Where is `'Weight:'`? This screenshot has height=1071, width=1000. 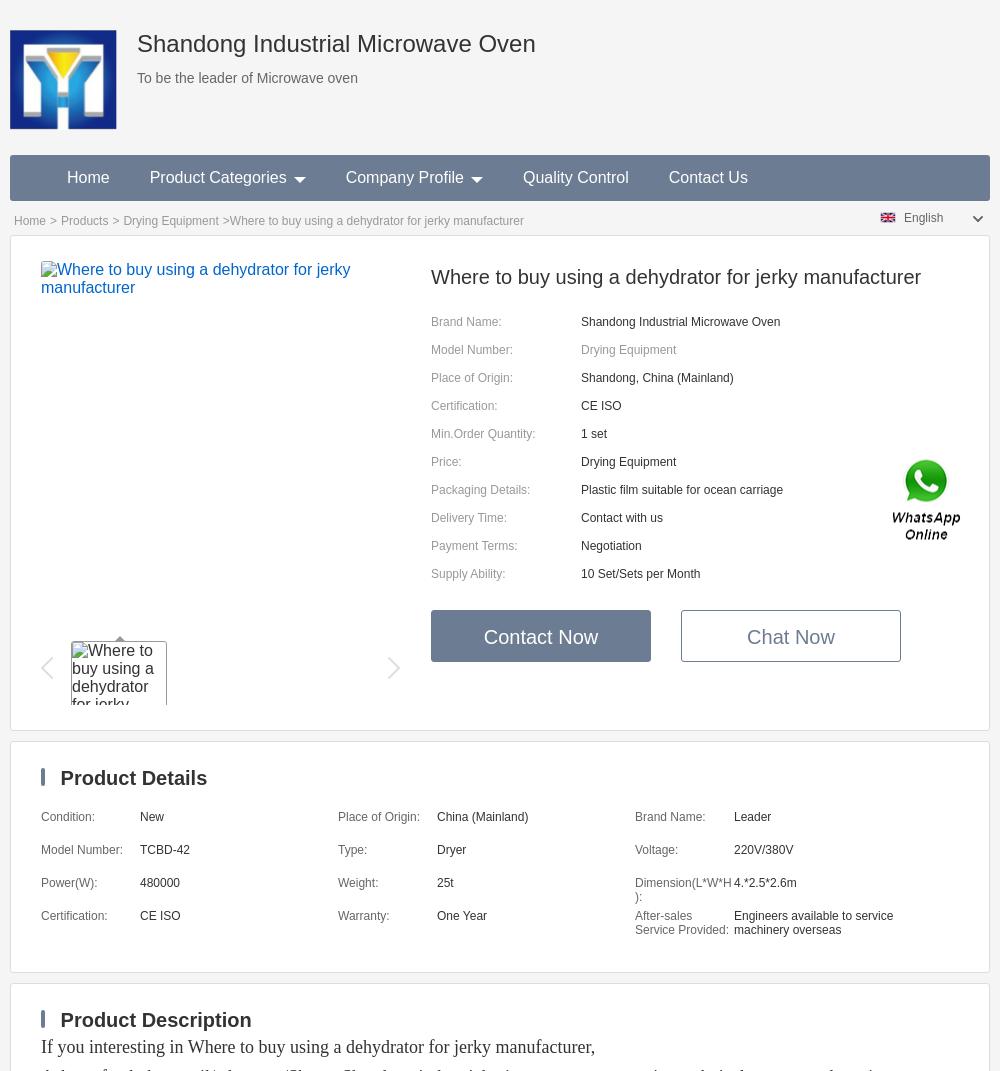
'Weight:' is located at coordinates (357, 883).